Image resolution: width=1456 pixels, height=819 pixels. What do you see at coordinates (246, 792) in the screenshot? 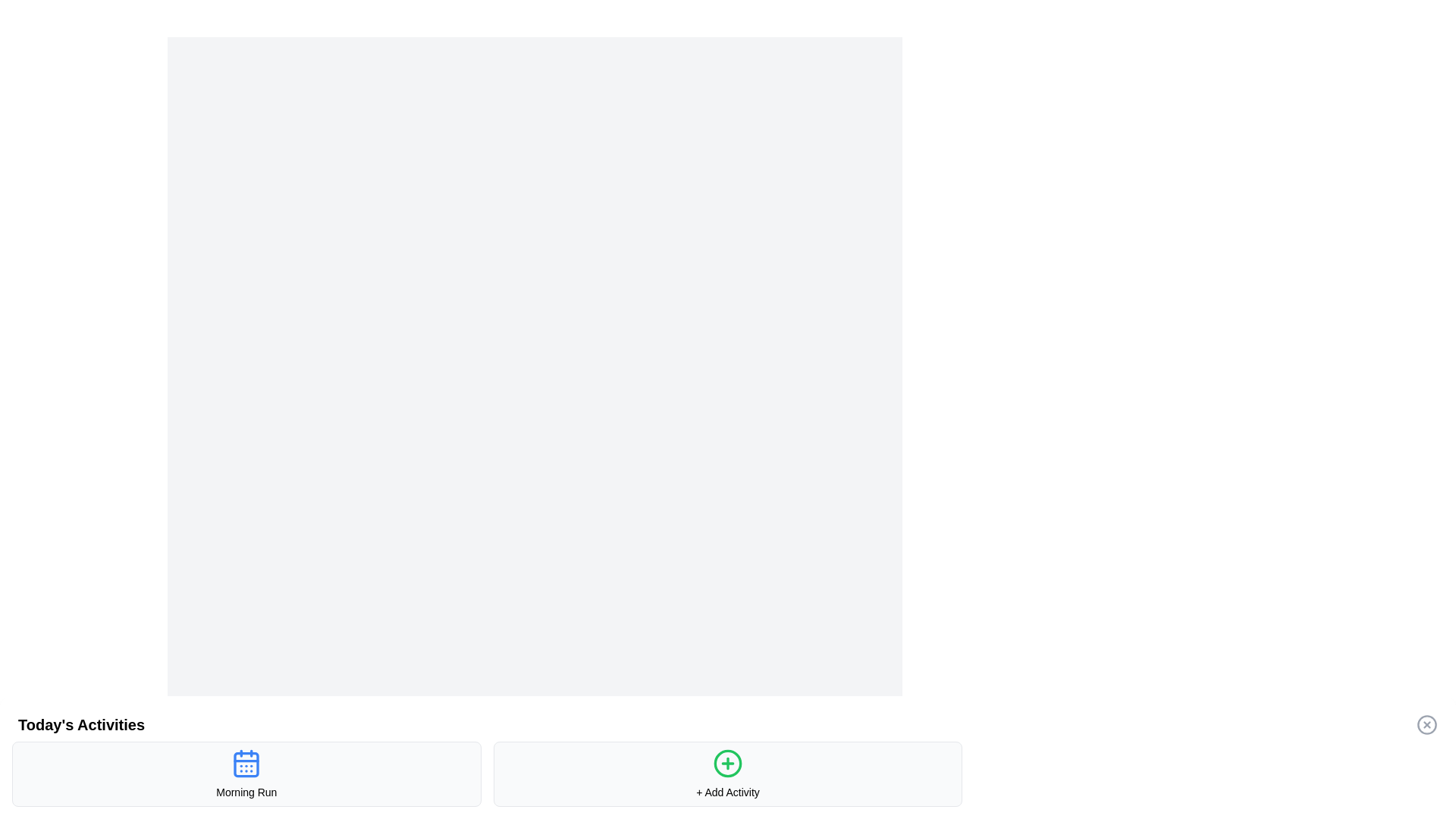
I see `the non-interactive Text label that provides the title or name of the activity, located underneath the calendar icon at the bottom center of the activity section` at bounding box center [246, 792].